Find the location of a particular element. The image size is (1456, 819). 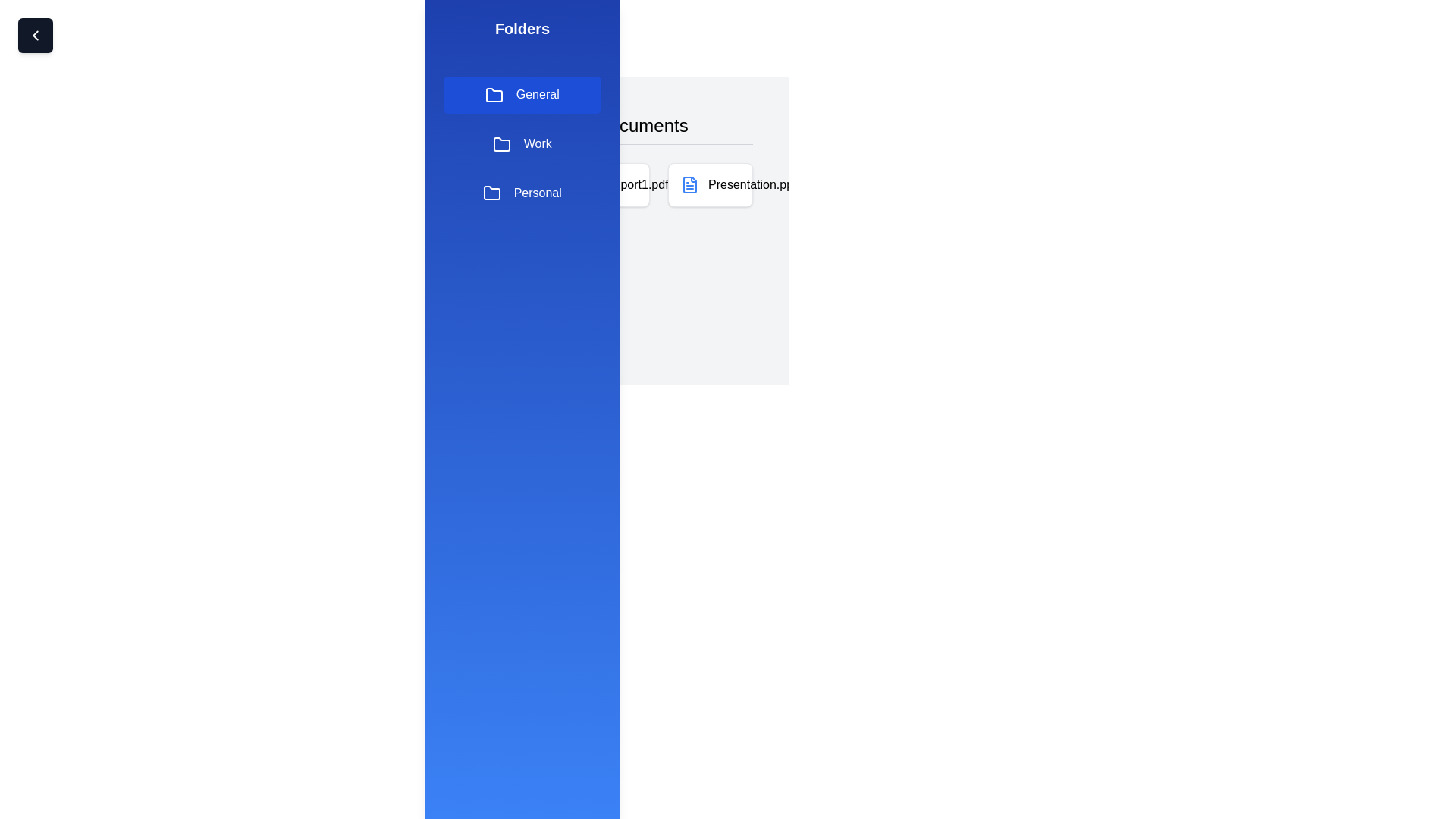

the Decorative icon representing the 'Personal' folder in the hierarchical file menu, located between the 'Work' folder and additional items is located at coordinates (492, 192).